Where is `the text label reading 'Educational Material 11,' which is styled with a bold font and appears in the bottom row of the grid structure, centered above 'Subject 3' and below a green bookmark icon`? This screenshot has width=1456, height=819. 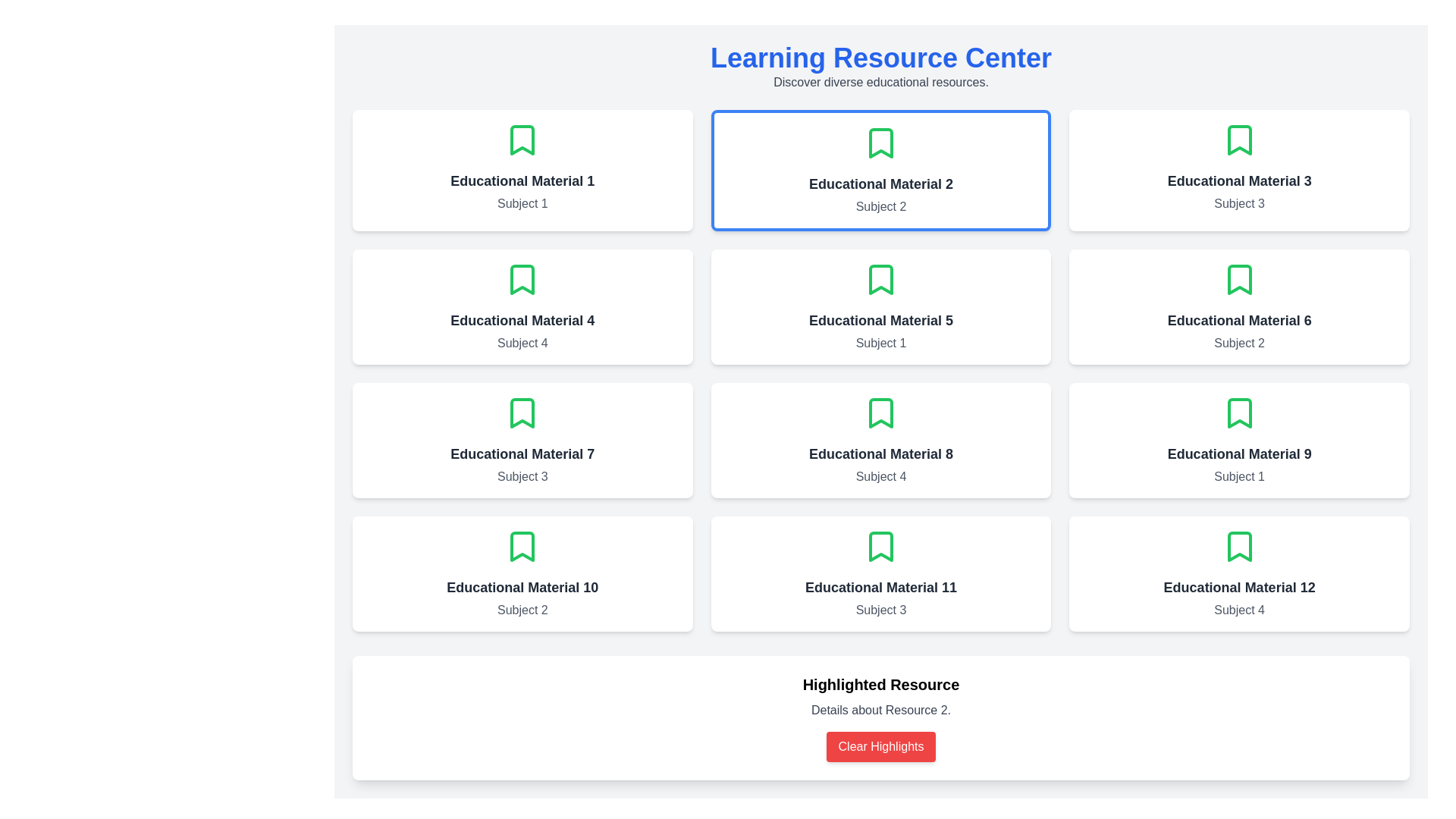
the text label reading 'Educational Material 11,' which is styled with a bold font and appears in the bottom row of the grid structure, centered above 'Subject 3' and below a green bookmark icon is located at coordinates (880, 587).